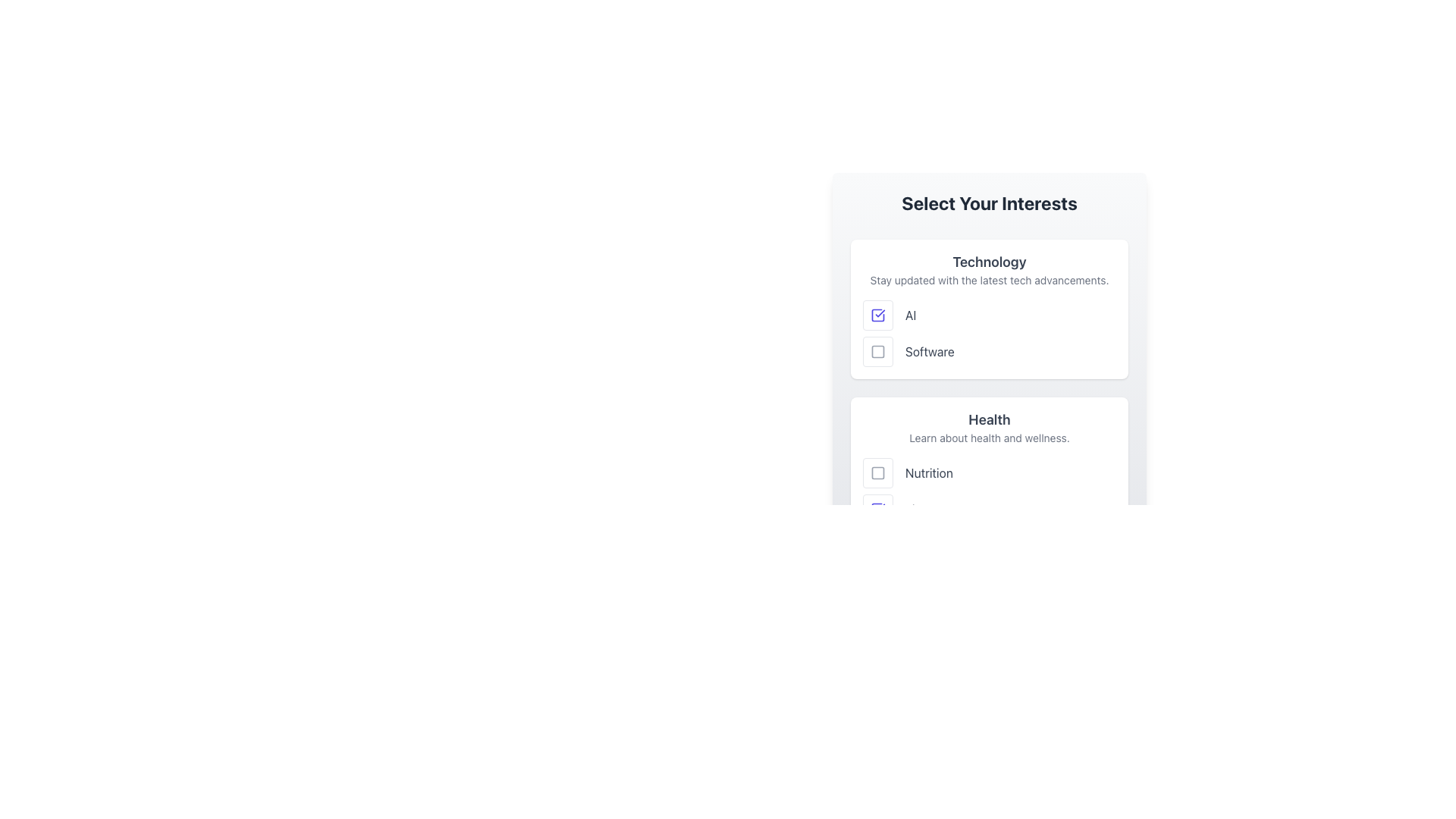 This screenshot has height=819, width=1456. What do you see at coordinates (877, 315) in the screenshot?
I see `the selected purple checkbox indicating 'AI'` at bounding box center [877, 315].